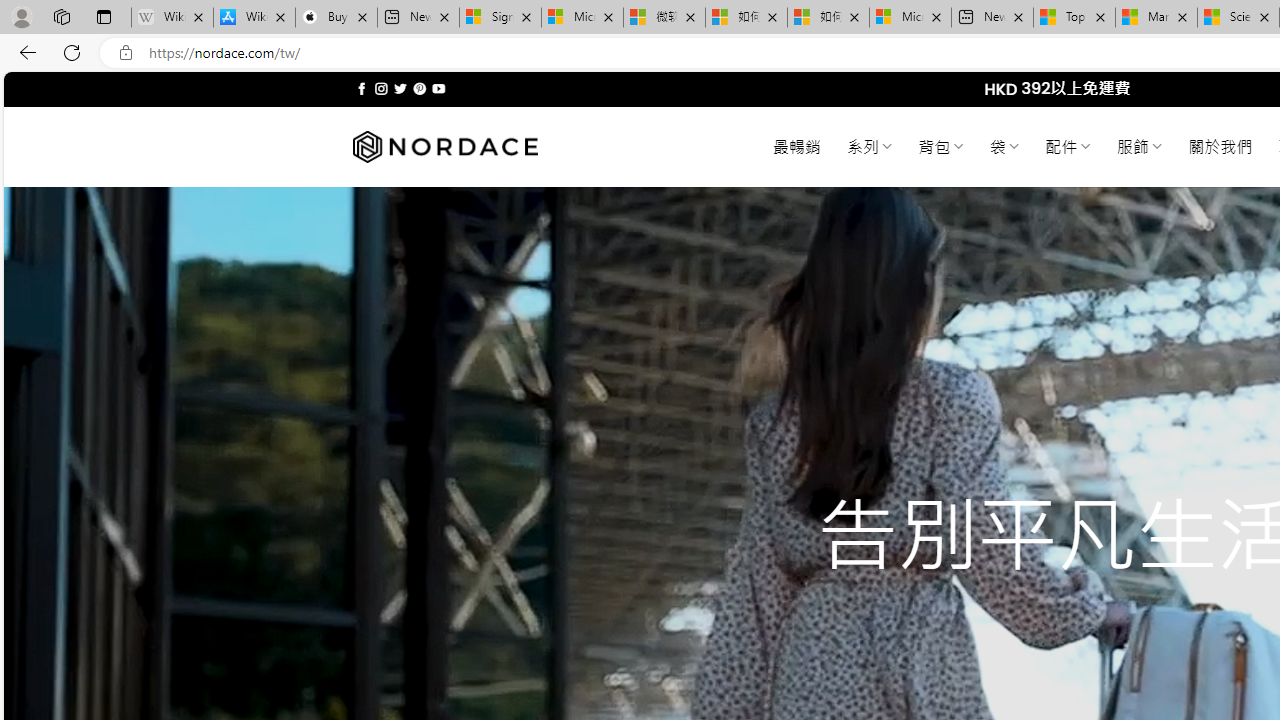  What do you see at coordinates (336, 17) in the screenshot?
I see `'Buy iPad - Apple'` at bounding box center [336, 17].